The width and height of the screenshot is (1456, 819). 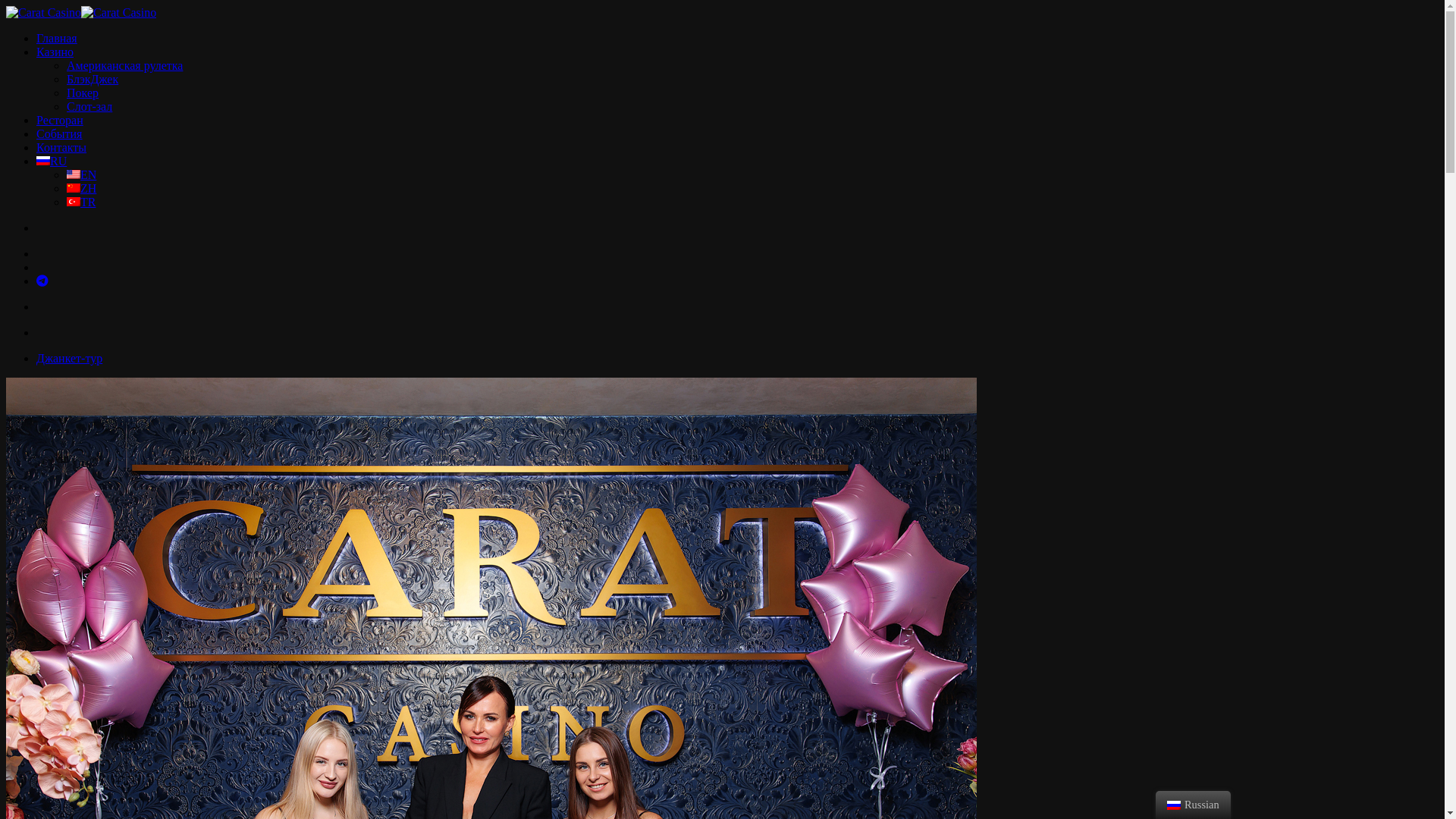 I want to click on 'Turkish', so click(x=72, y=201).